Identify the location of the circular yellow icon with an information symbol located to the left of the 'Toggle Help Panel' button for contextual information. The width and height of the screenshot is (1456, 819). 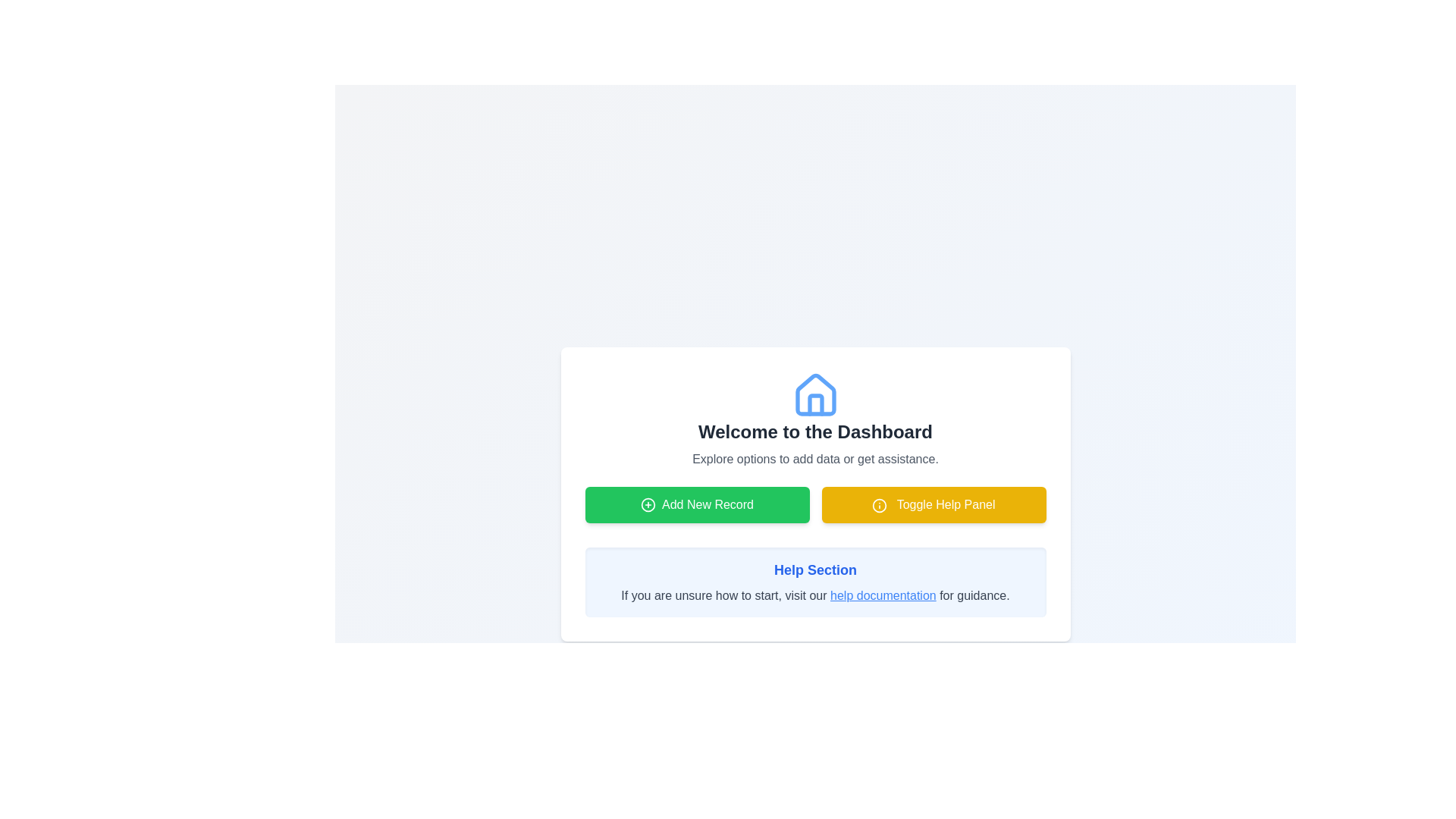
(880, 505).